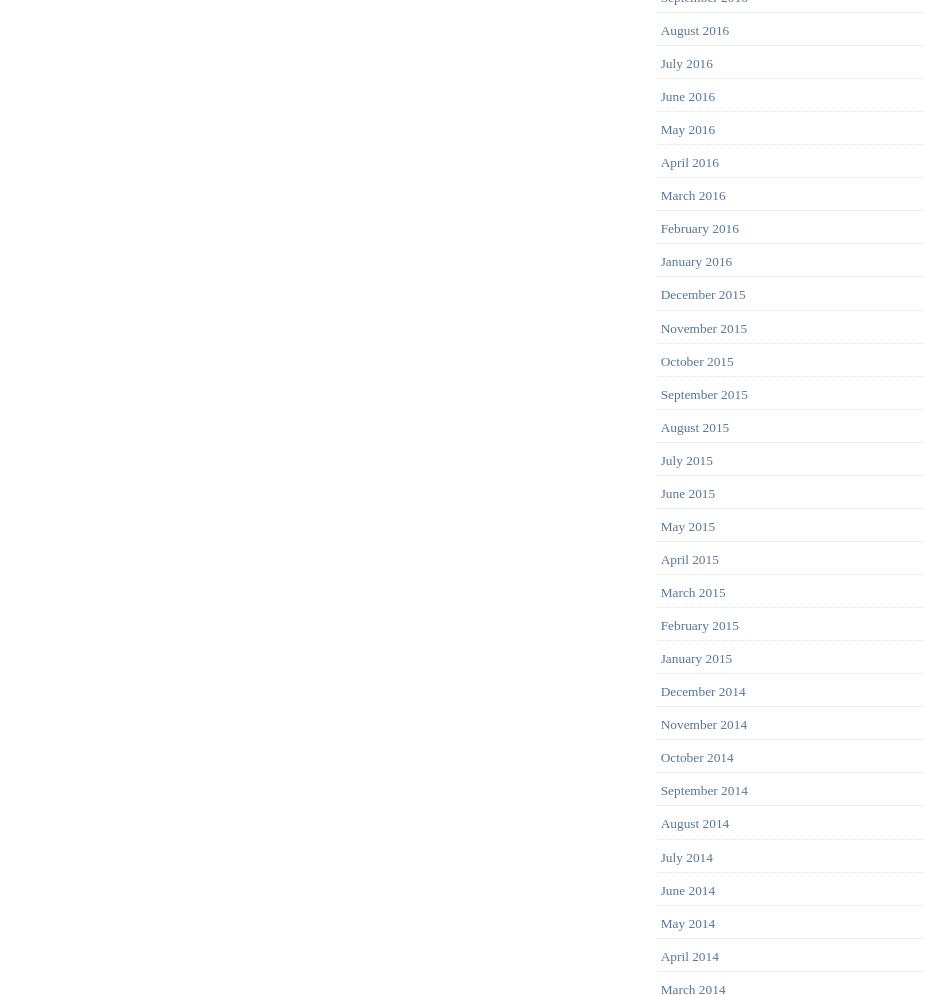 The image size is (935, 995). I want to click on 'May 2016', so click(686, 128).